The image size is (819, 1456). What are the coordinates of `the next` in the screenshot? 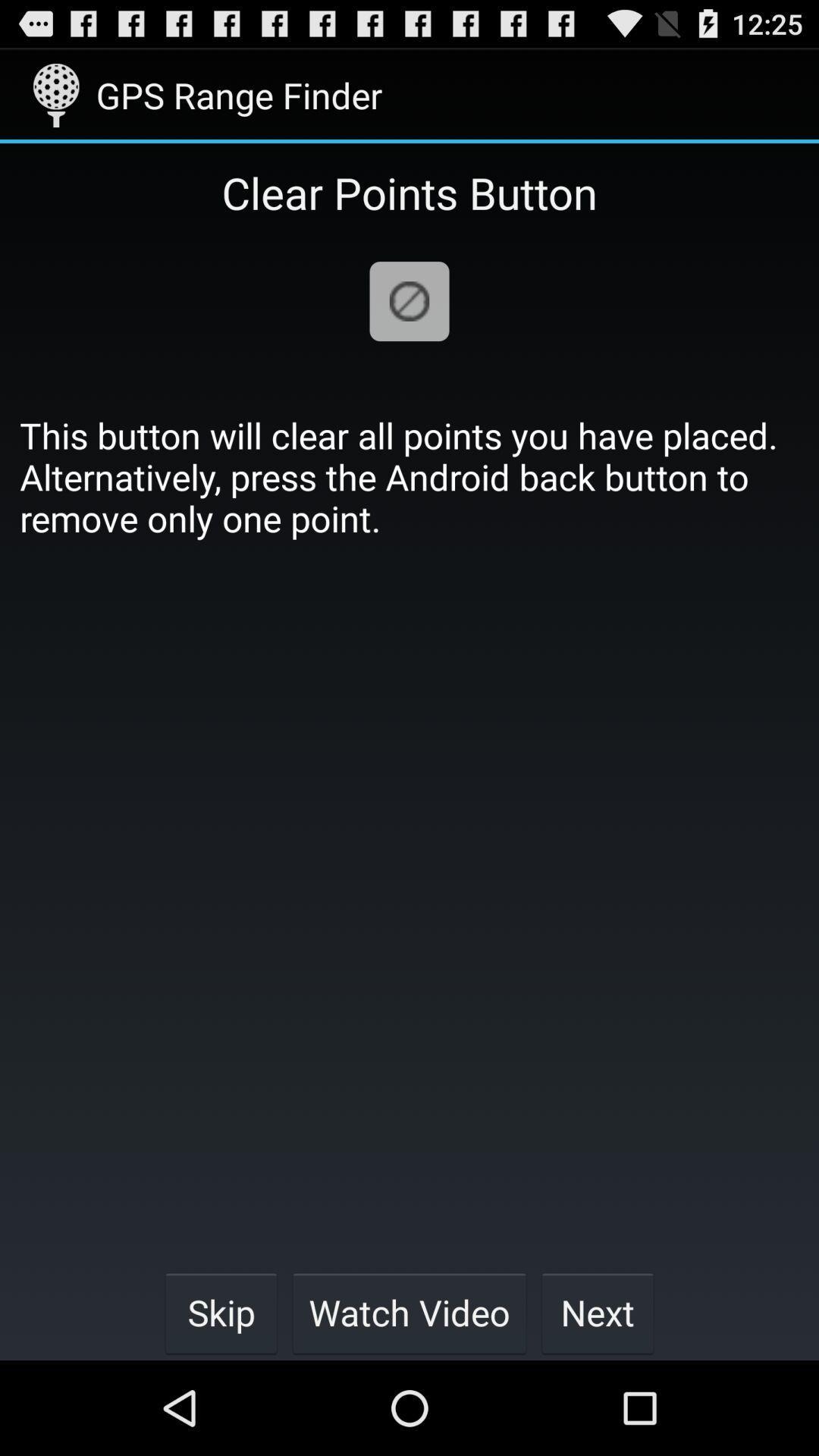 It's located at (597, 1312).